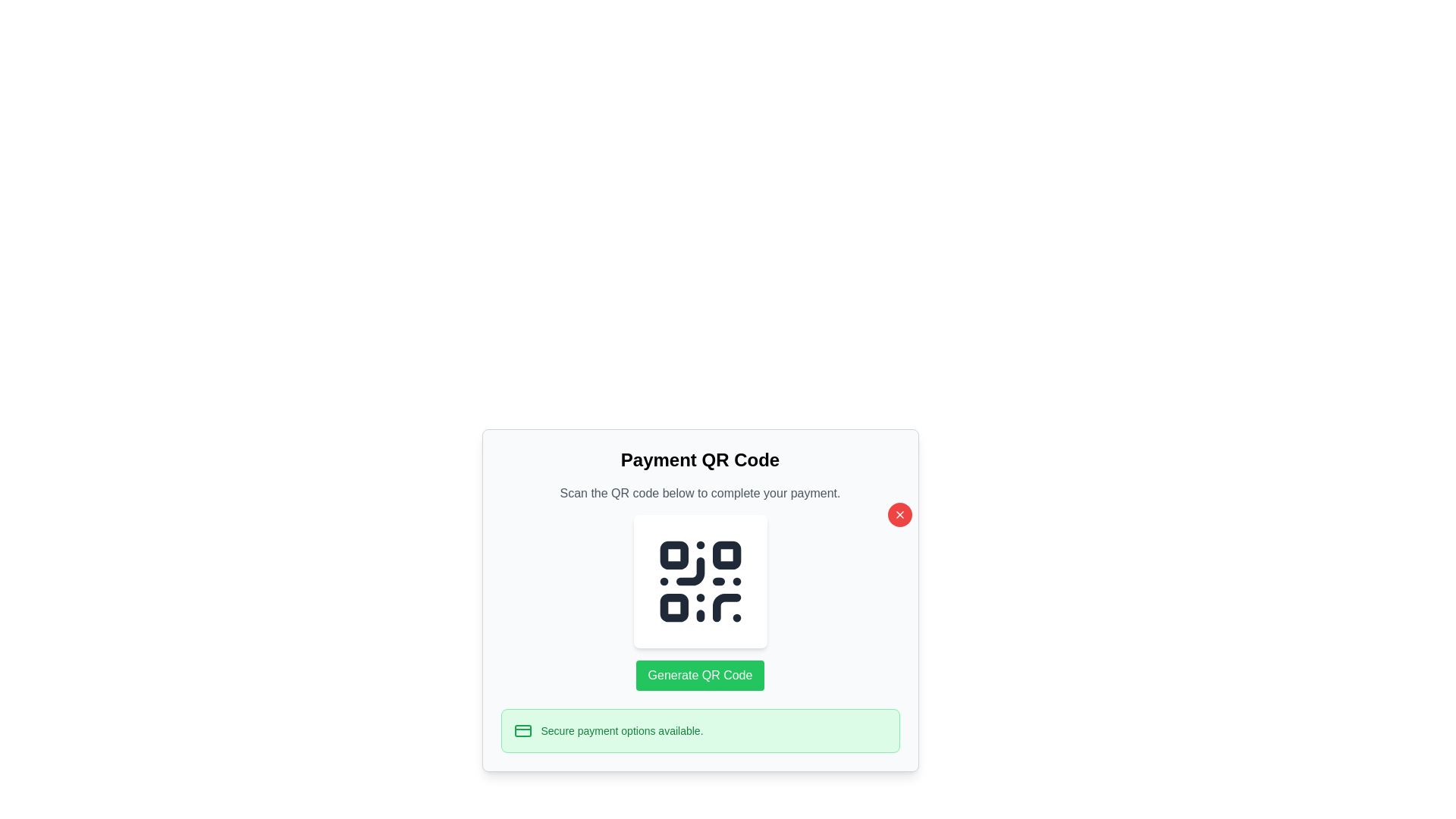 This screenshot has width=1456, height=819. What do you see at coordinates (899, 513) in the screenshot?
I see `the red circular 'X' icon button located at the top right corner of the dialog box` at bounding box center [899, 513].